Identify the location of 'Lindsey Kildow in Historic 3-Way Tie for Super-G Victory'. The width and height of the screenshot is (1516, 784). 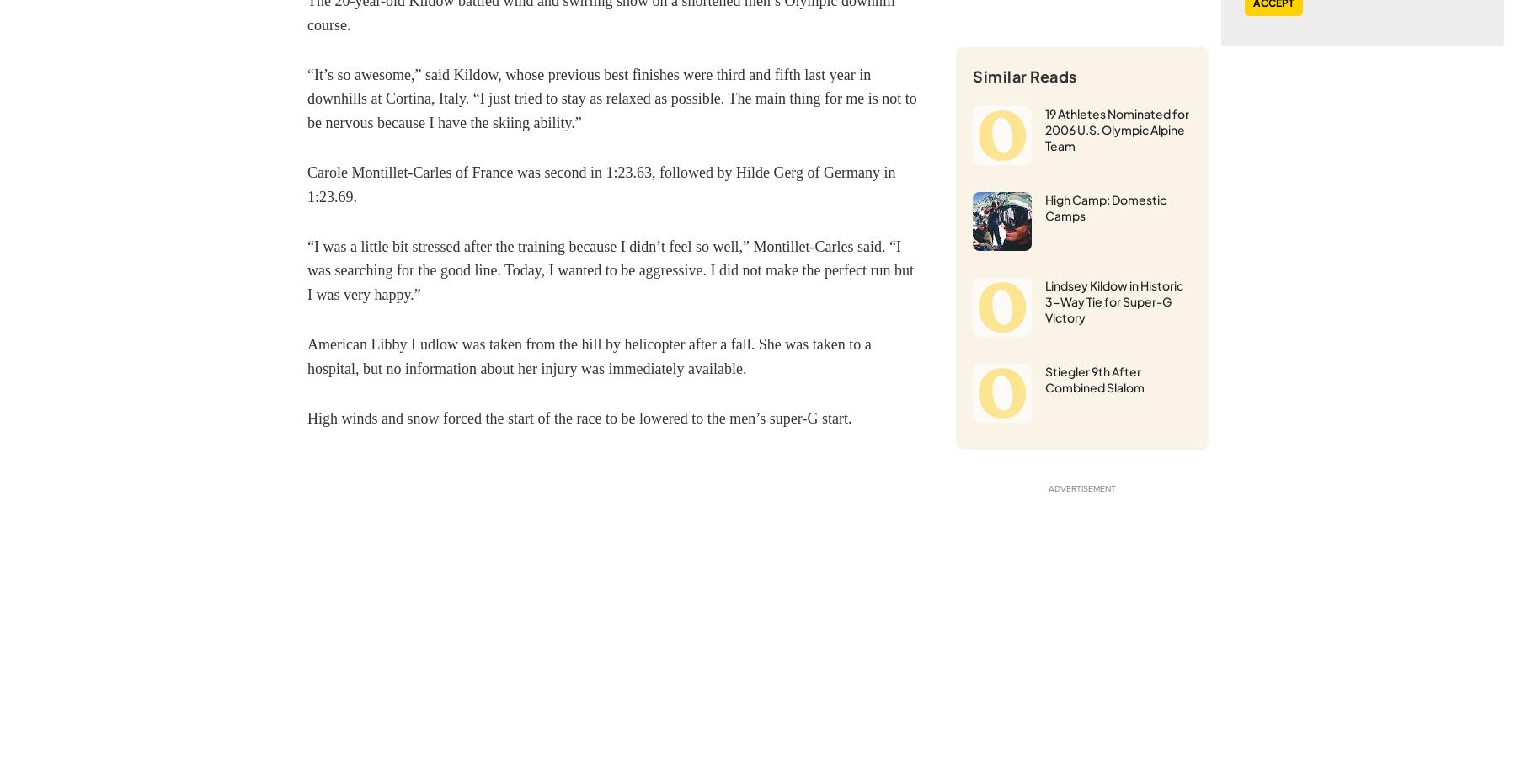
(1114, 301).